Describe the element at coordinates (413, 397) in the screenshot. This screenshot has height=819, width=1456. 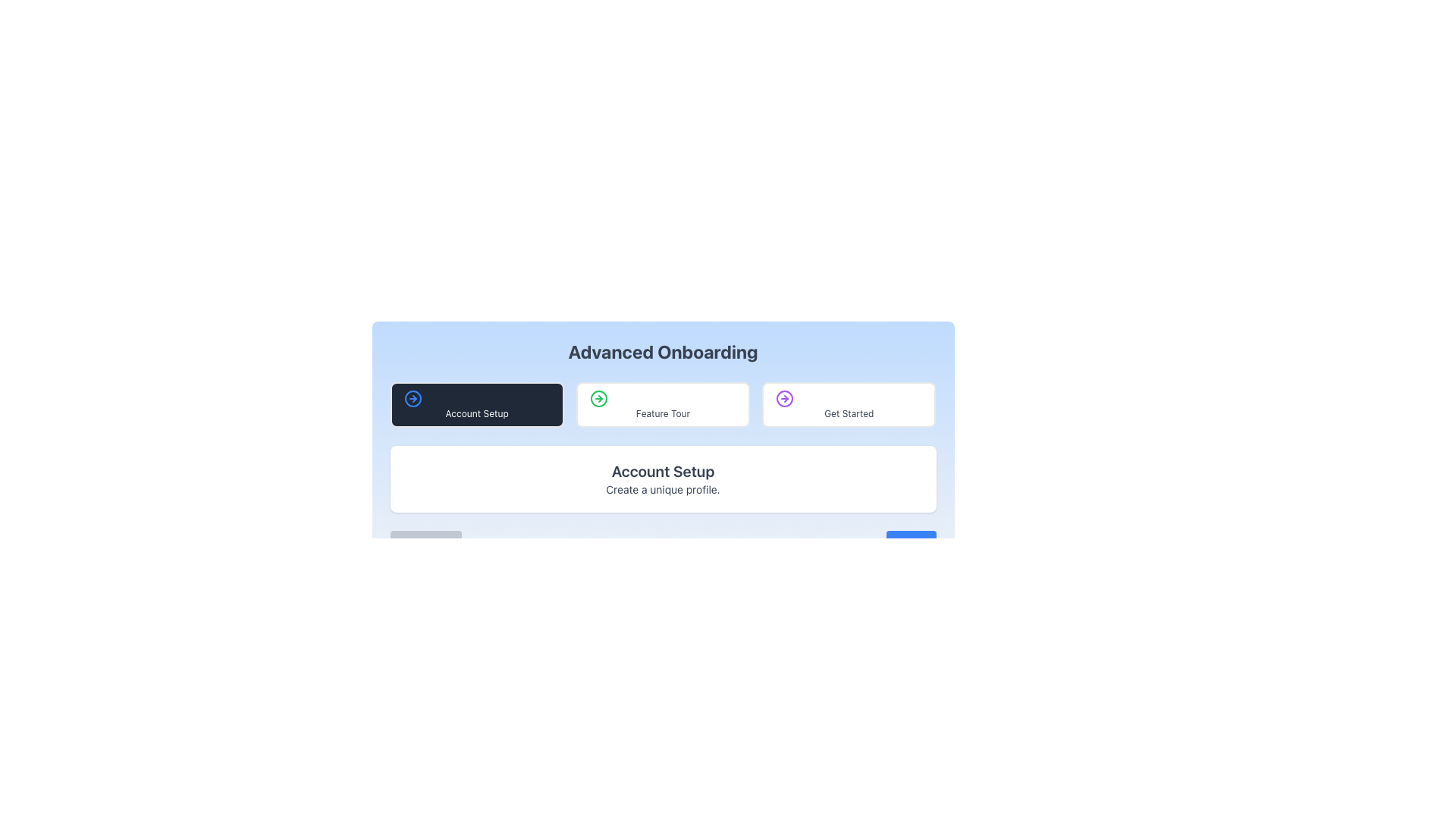
I see `the circle graphic within the SVG icon, which is part of a navigation bar and features a blue color scheme on a dark background` at that location.